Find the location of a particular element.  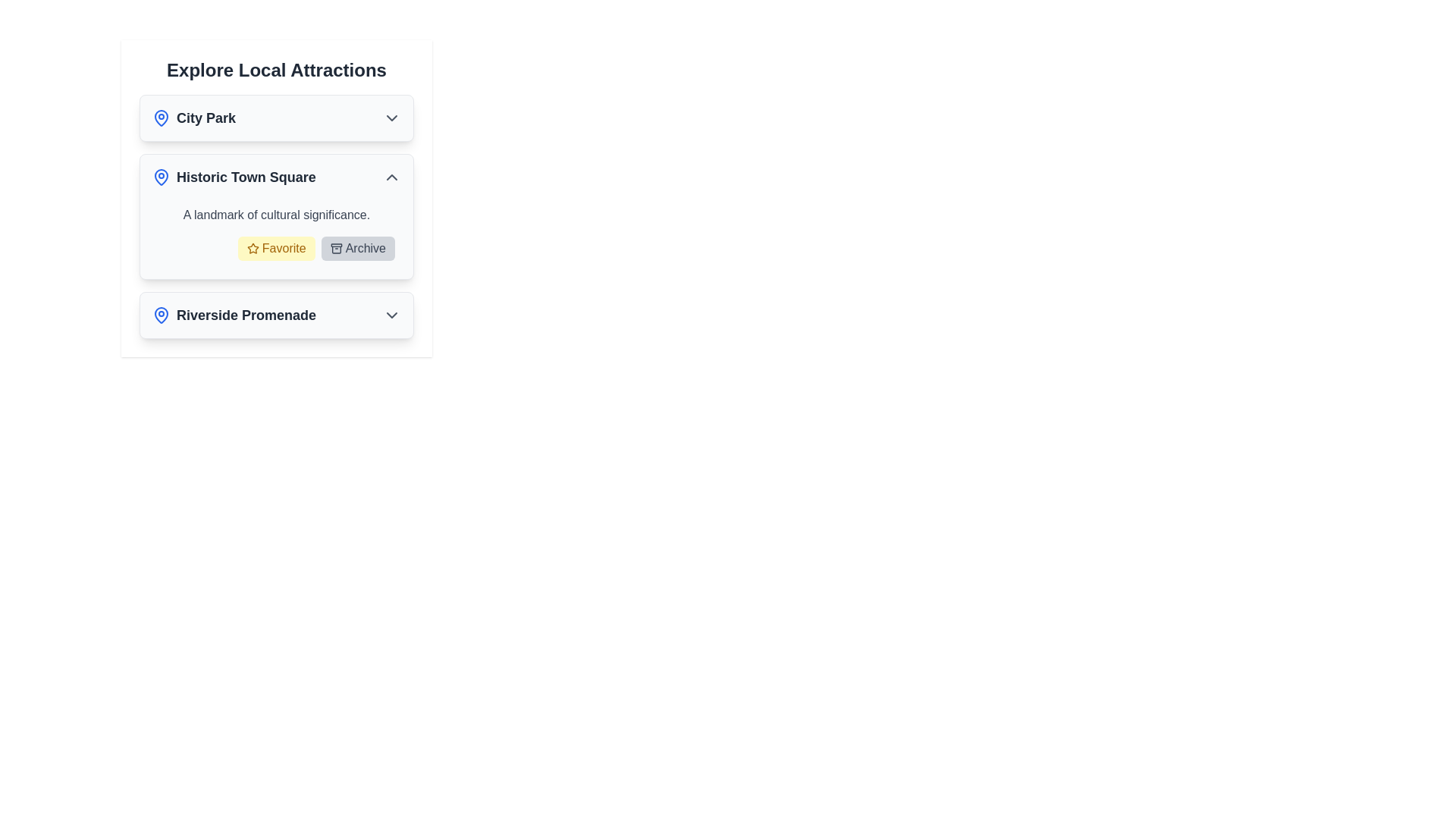

the 'Archive' button, which contains the icon representing the archiving action for managing content in the 'Historic Town Square' card is located at coordinates (335, 247).